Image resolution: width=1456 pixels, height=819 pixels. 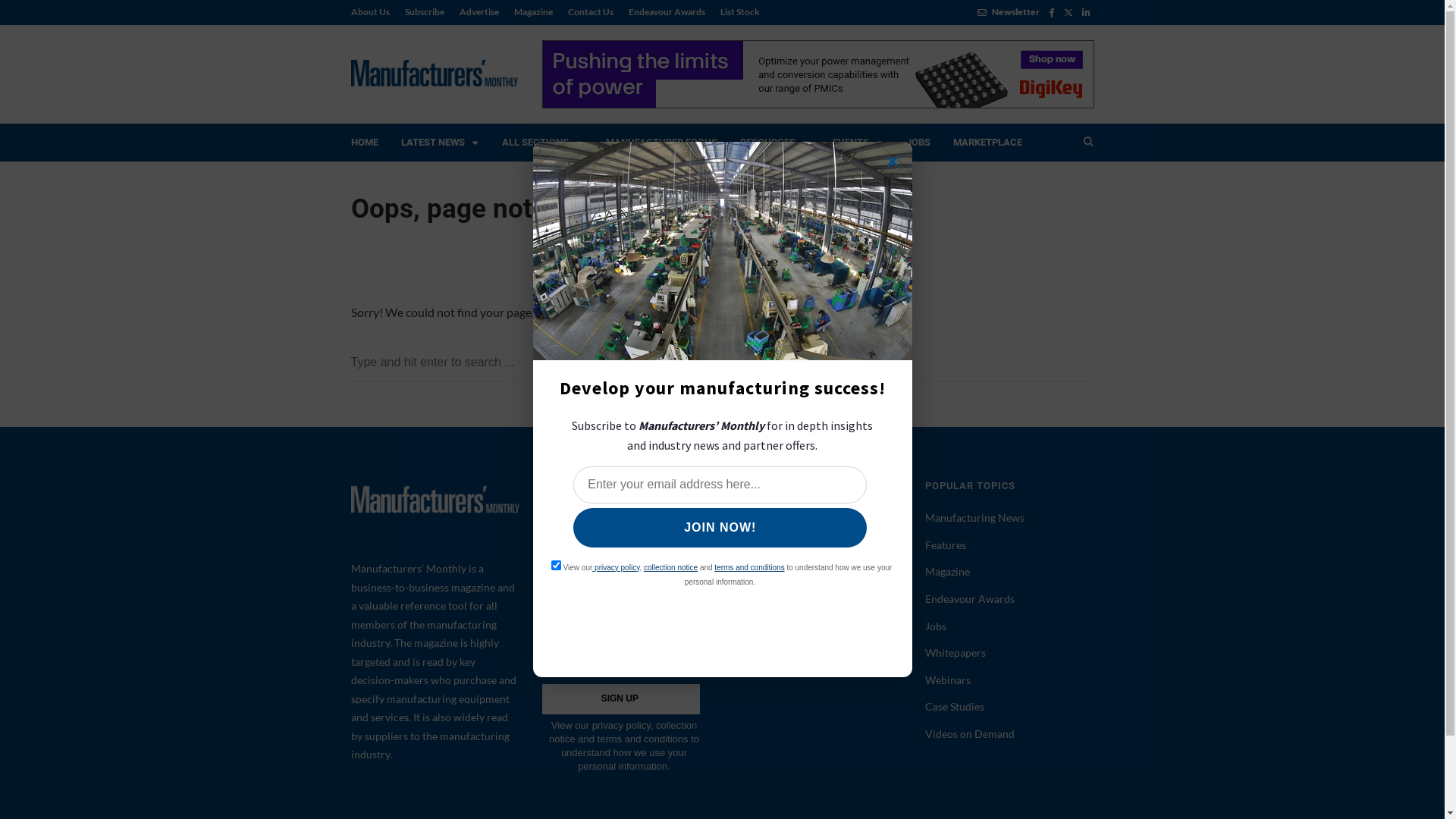 I want to click on 'Close', so click(x=892, y=161).